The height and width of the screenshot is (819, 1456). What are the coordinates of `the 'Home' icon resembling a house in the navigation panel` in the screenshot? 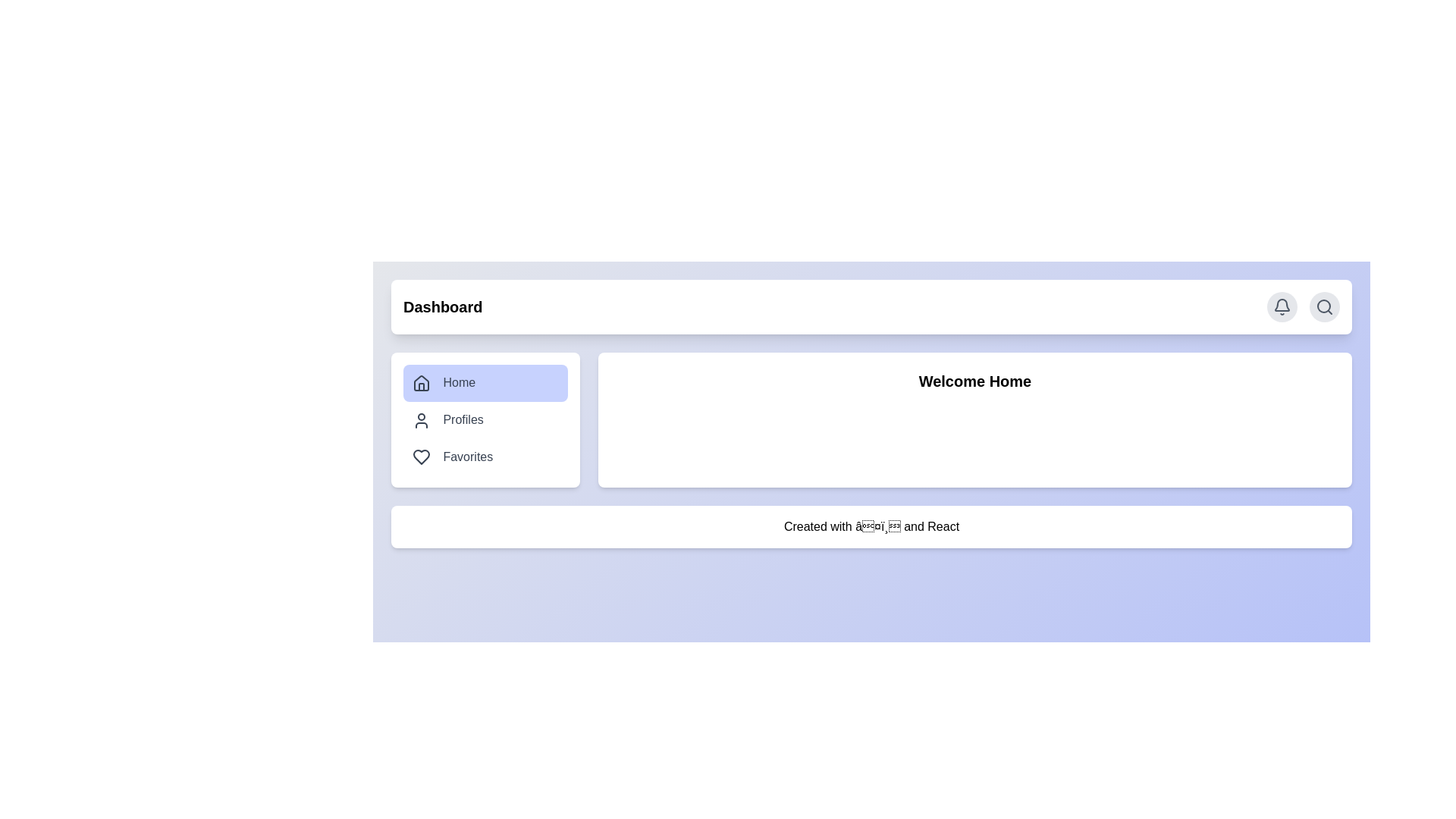 It's located at (422, 382).